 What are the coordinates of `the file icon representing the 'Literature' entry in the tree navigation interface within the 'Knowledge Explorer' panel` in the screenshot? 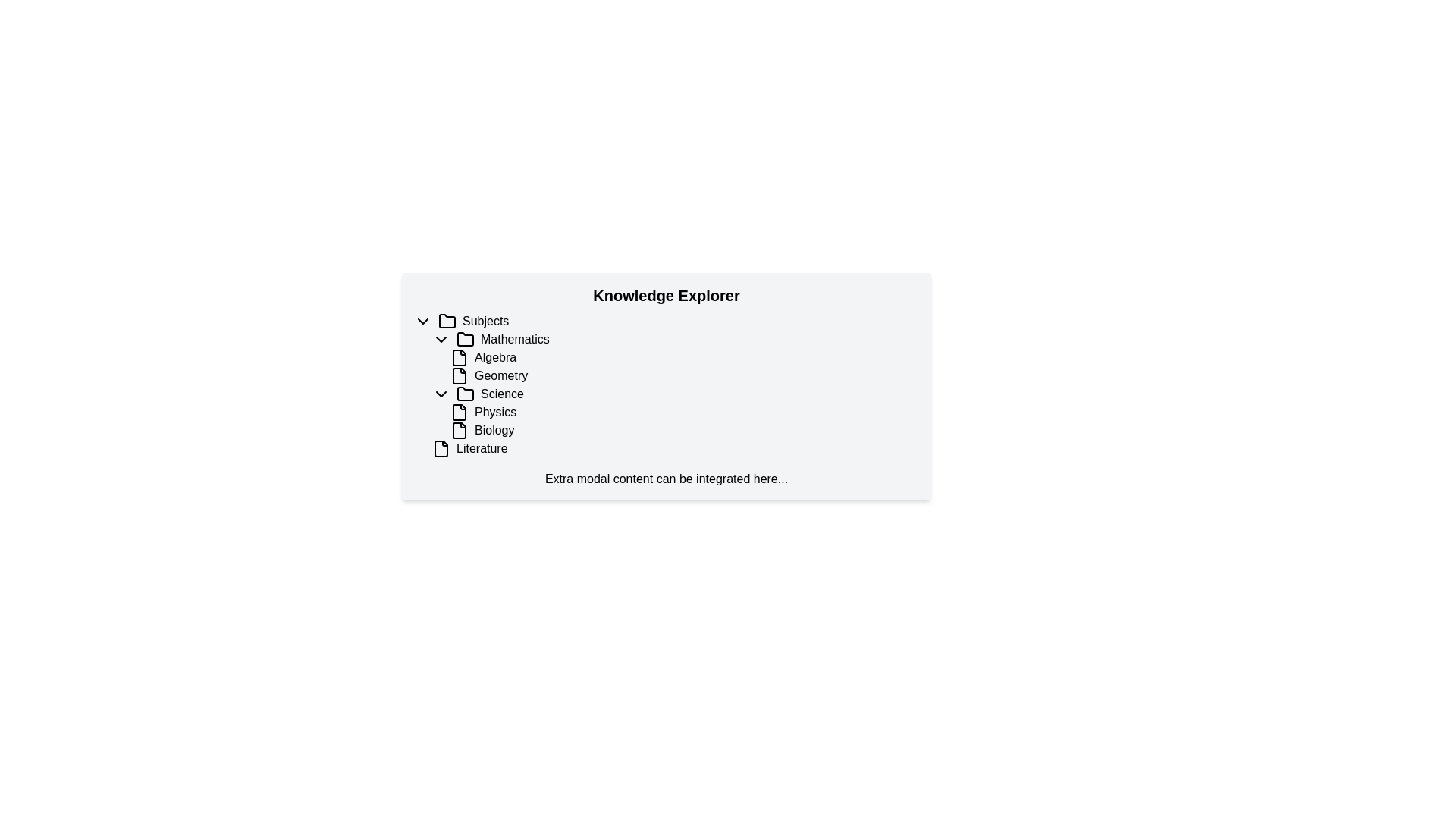 It's located at (440, 447).